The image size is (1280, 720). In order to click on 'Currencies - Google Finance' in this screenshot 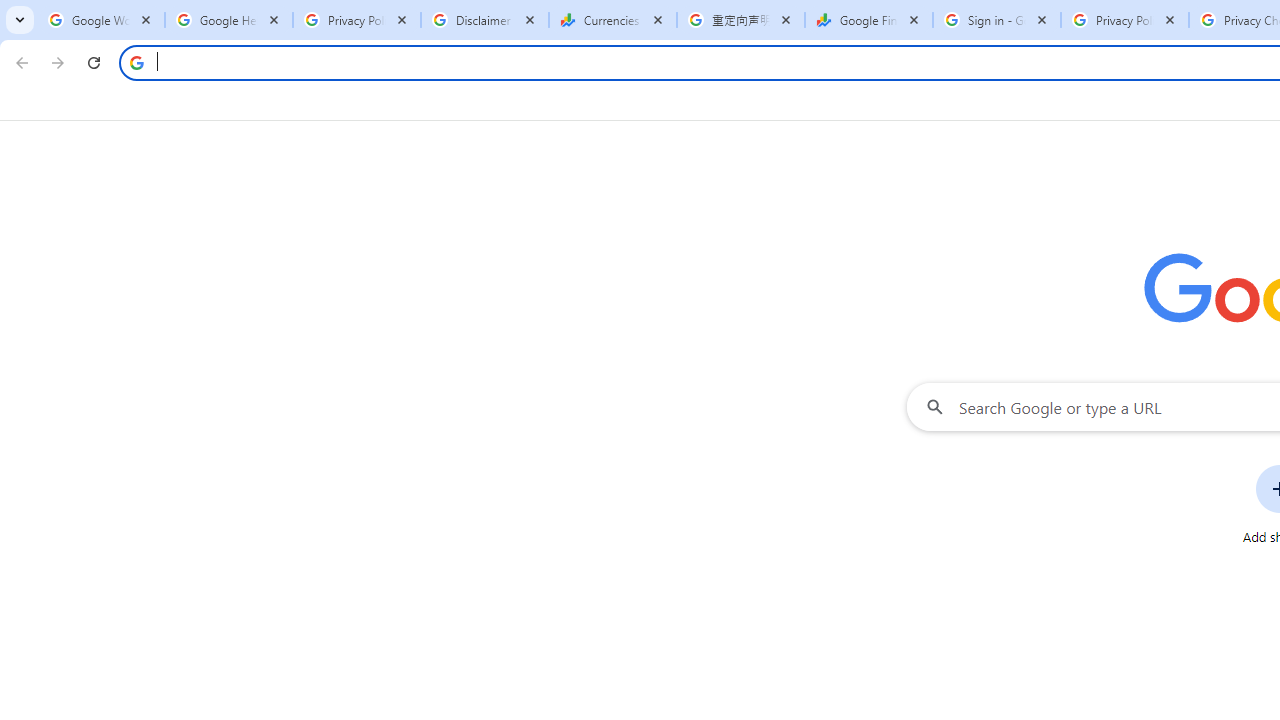, I will do `click(612, 20)`.